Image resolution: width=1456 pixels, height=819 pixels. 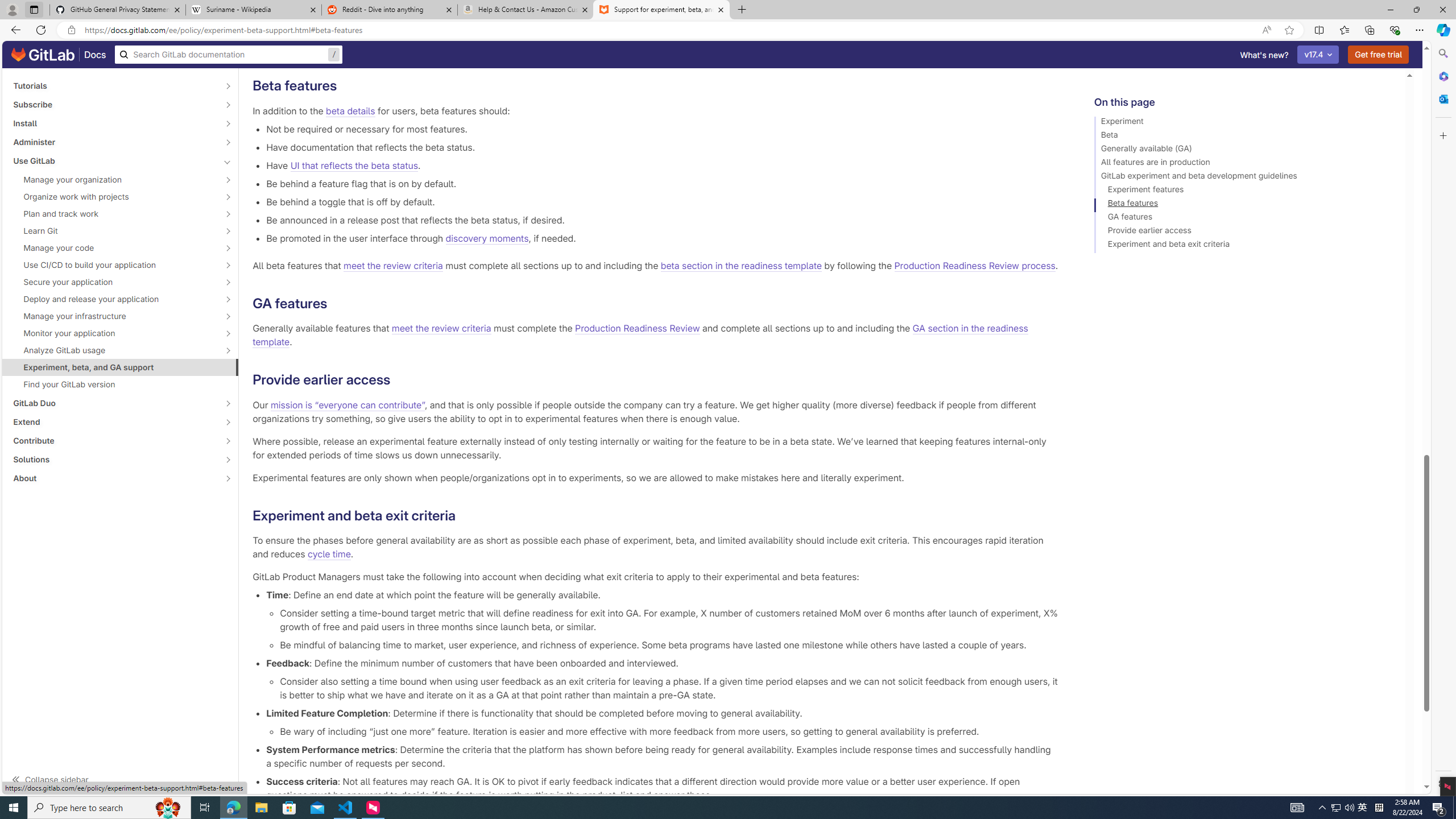 What do you see at coordinates (113, 104) in the screenshot?
I see `'Subscribe'` at bounding box center [113, 104].